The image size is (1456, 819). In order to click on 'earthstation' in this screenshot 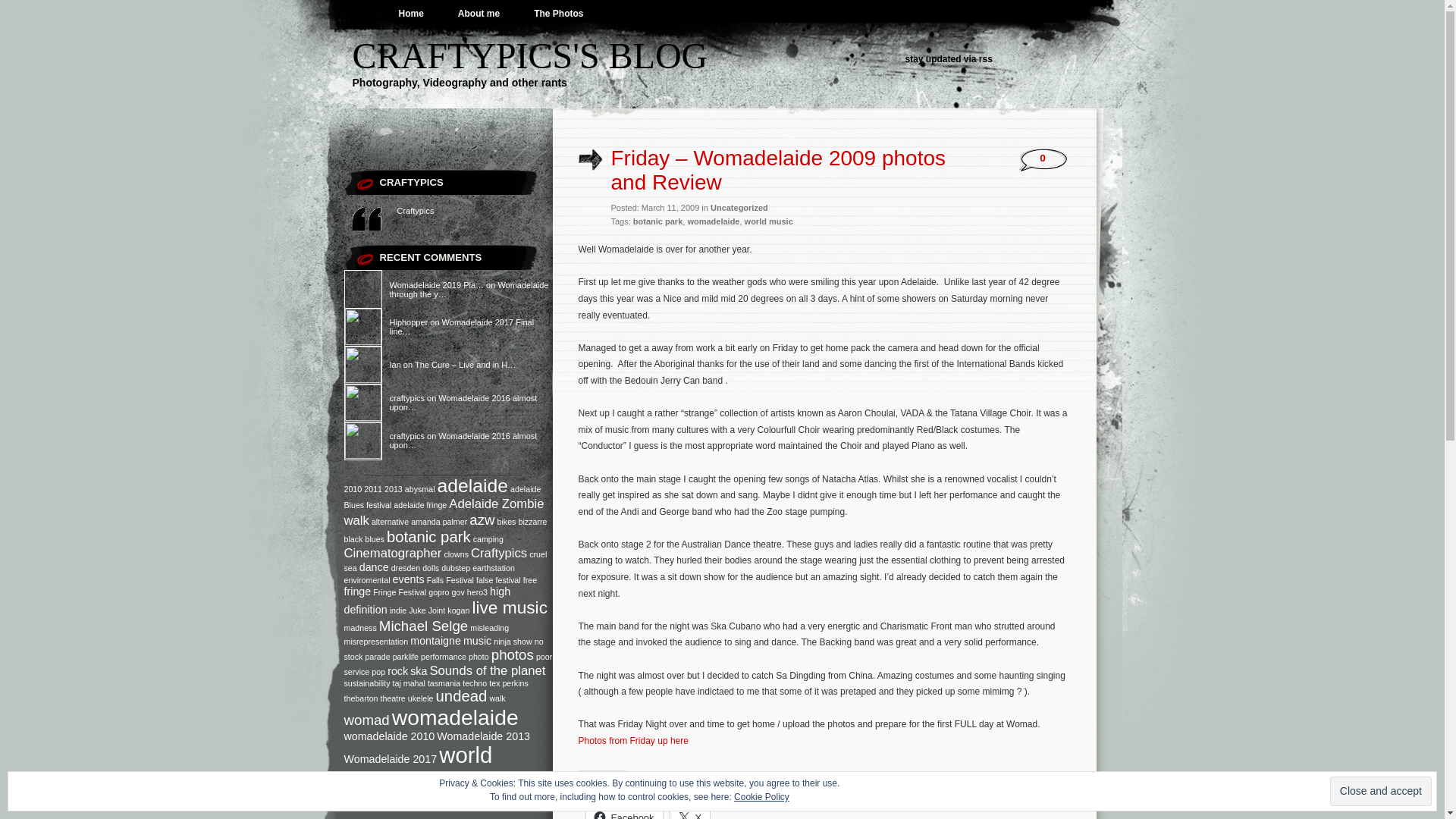, I will do `click(494, 567)`.